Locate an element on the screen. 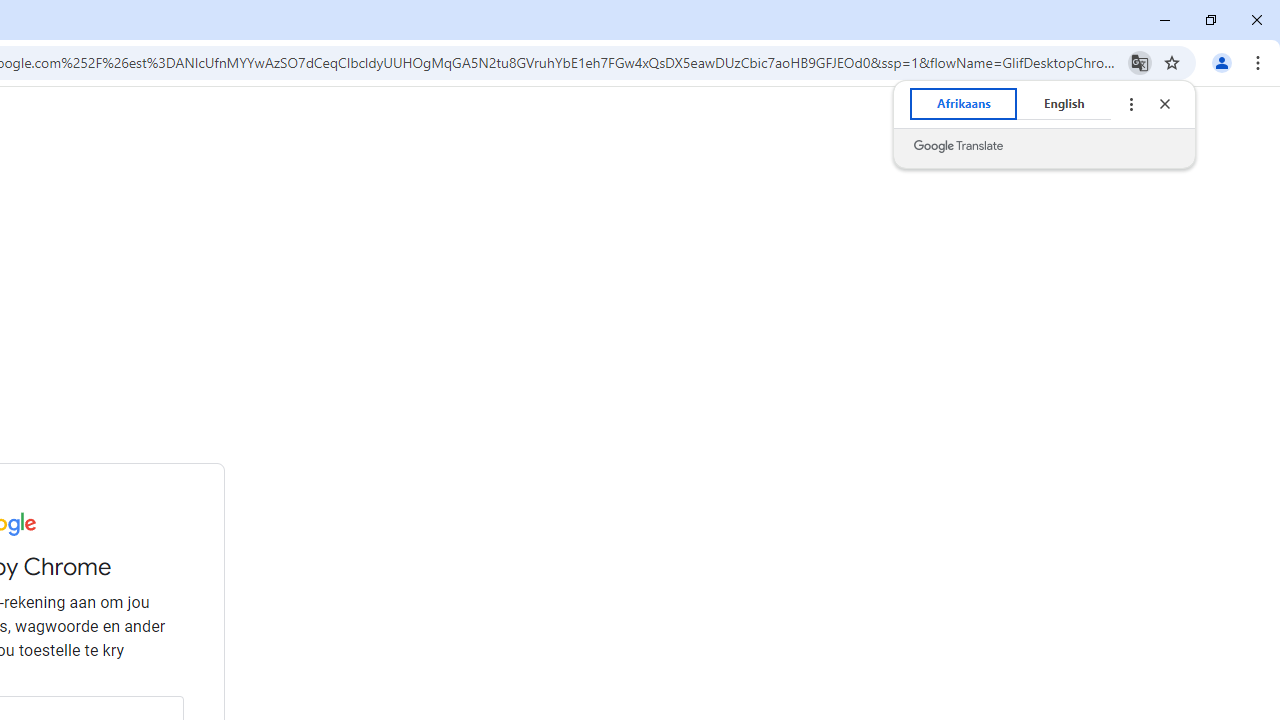 The height and width of the screenshot is (720, 1280). 'Translate this page' is located at coordinates (1139, 61).